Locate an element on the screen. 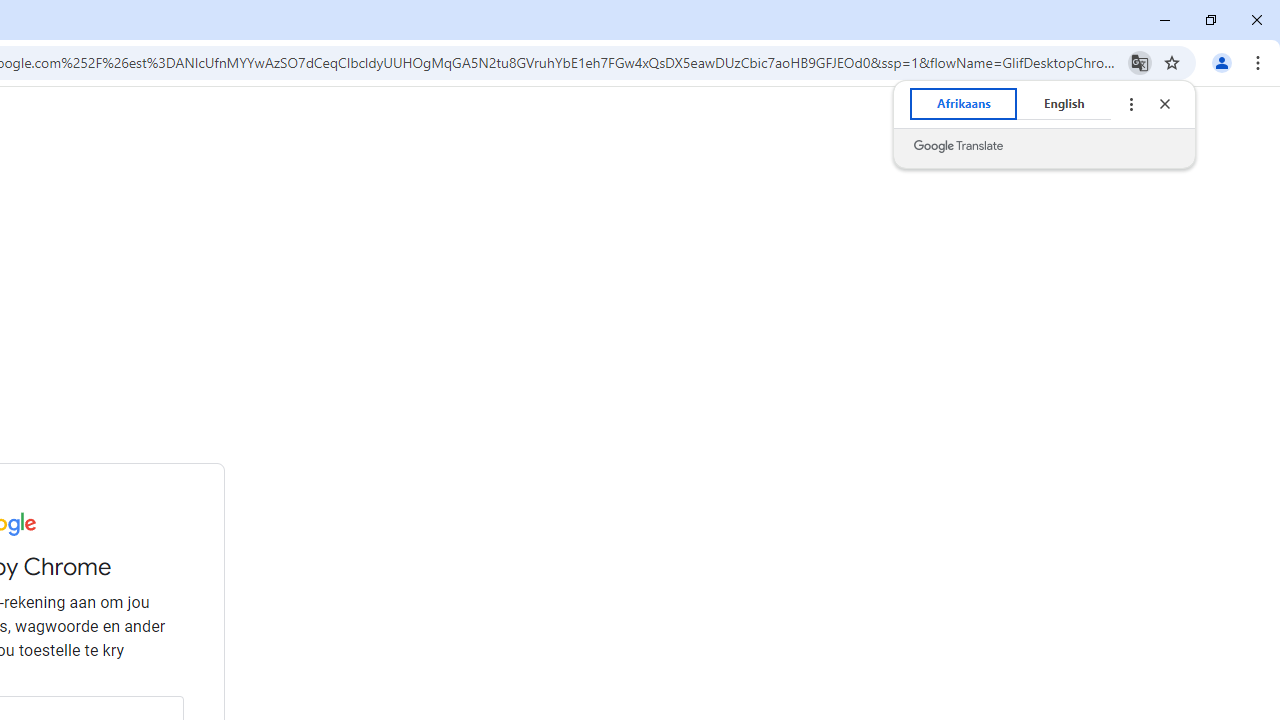 The height and width of the screenshot is (720, 1280). 'Translate this page' is located at coordinates (1139, 61).